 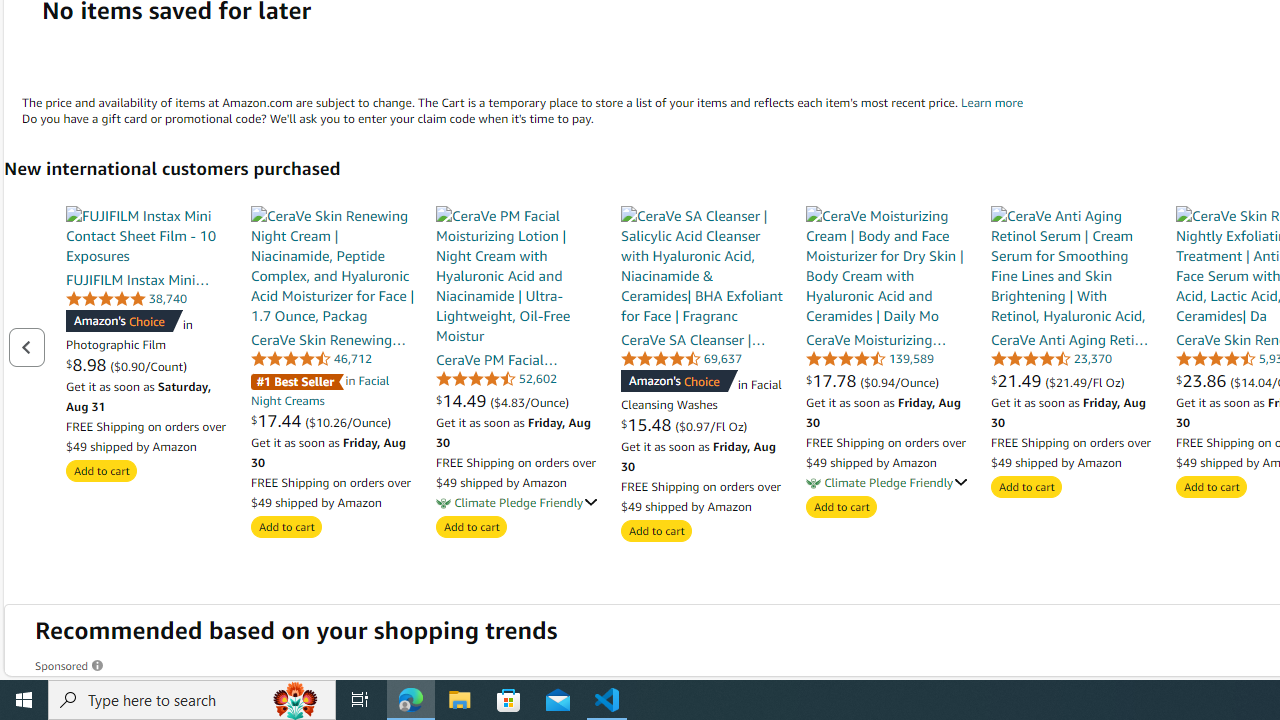 What do you see at coordinates (147, 234) in the screenshot?
I see `'FUJIFILM Instax Mini Contact Sheet Film - 10 Exposures'` at bounding box center [147, 234].